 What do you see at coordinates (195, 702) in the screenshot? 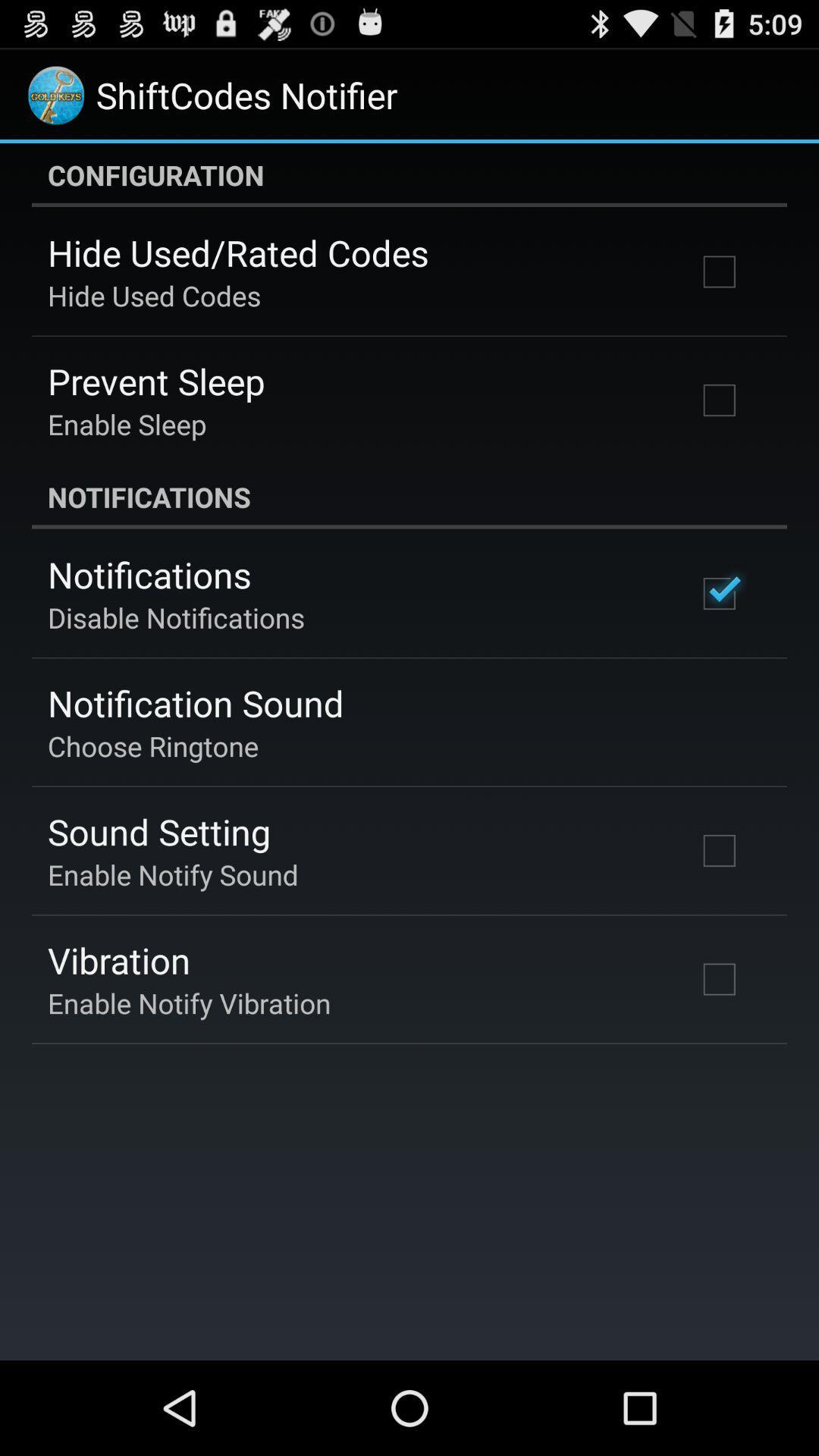
I see `the notification sound item` at bounding box center [195, 702].